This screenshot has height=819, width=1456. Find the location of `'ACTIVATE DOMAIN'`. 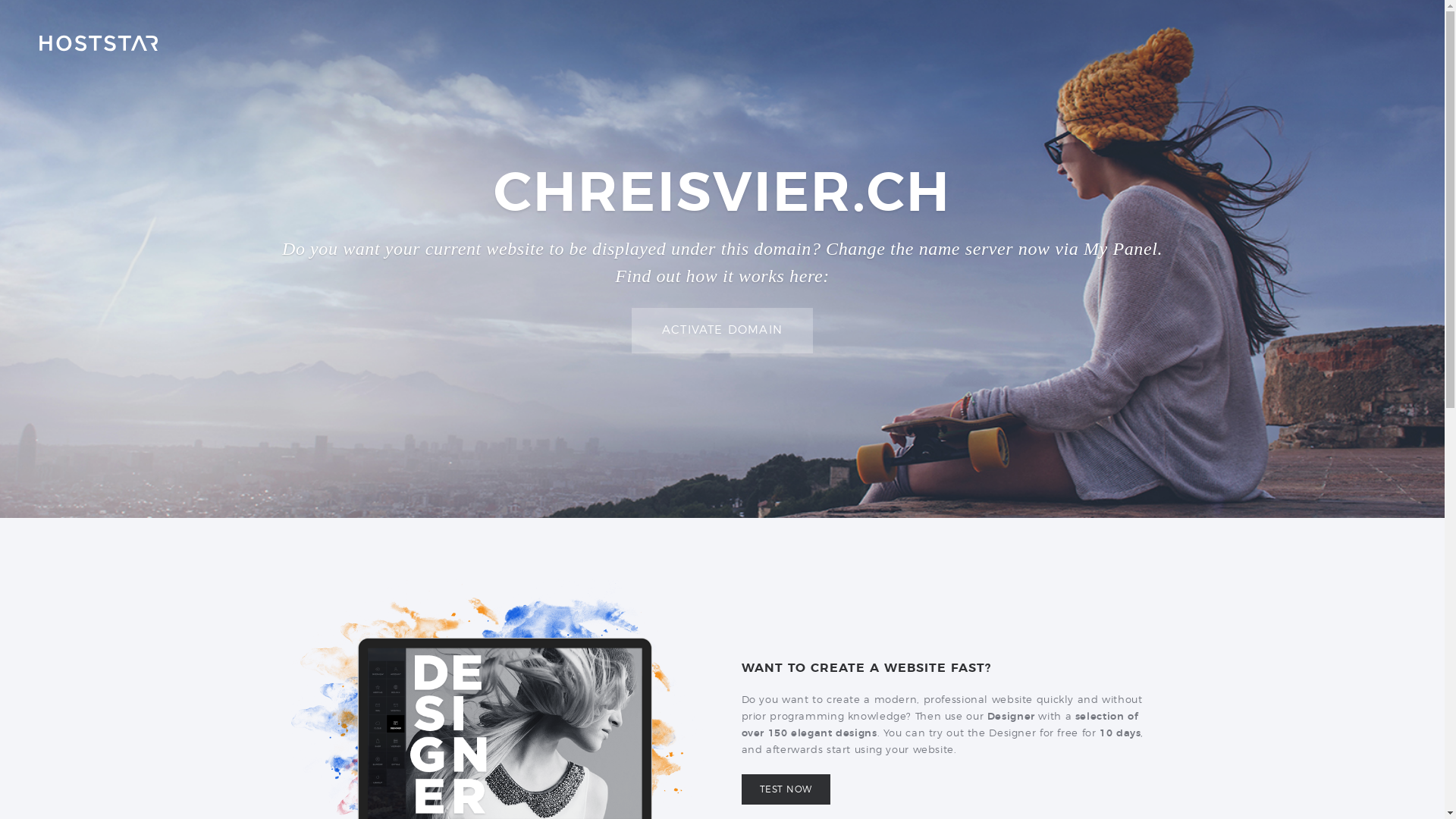

'ACTIVATE DOMAIN' is located at coordinates (721, 330).